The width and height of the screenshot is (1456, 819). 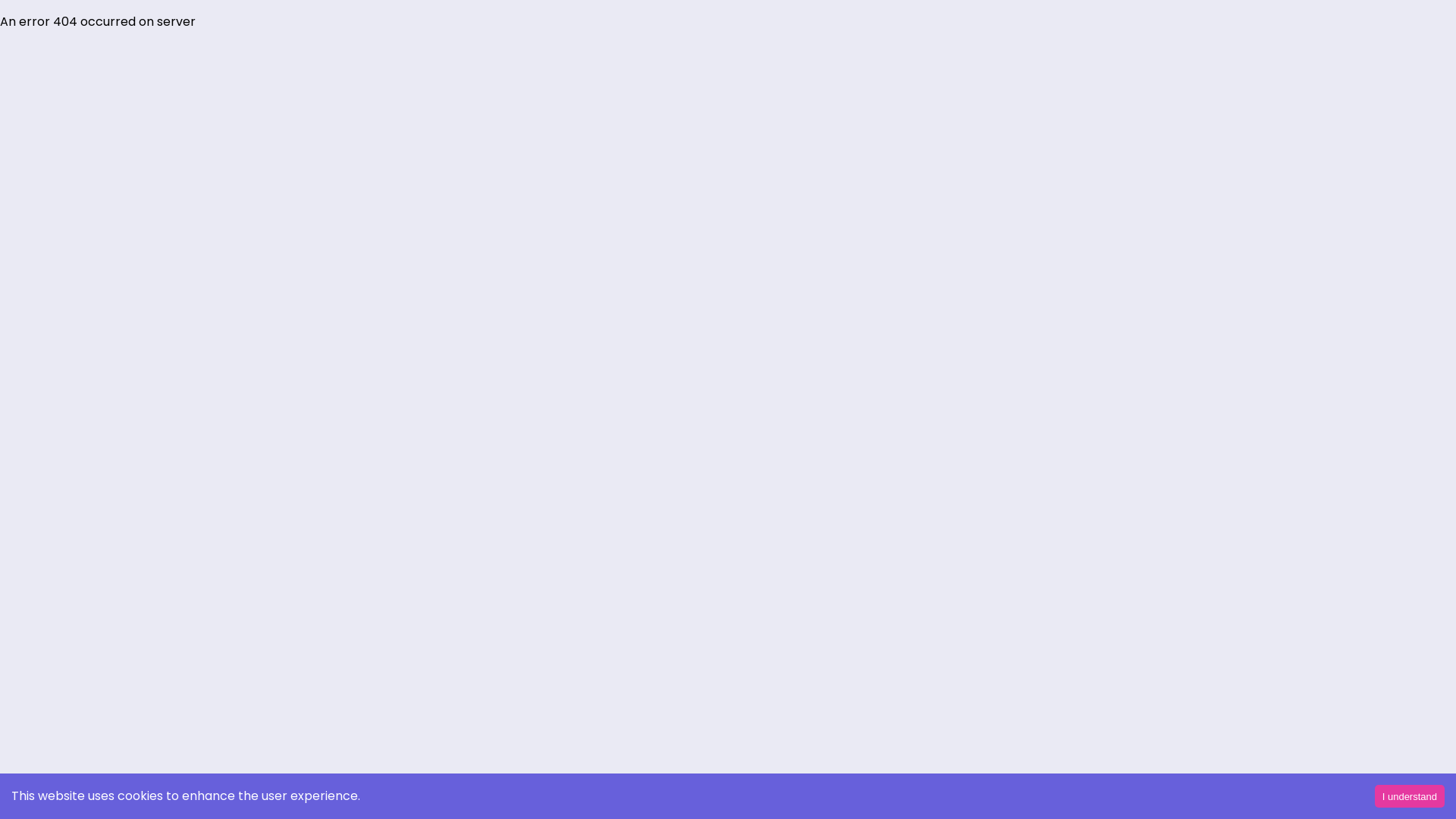 What do you see at coordinates (1375, 795) in the screenshot?
I see `'I understand'` at bounding box center [1375, 795].